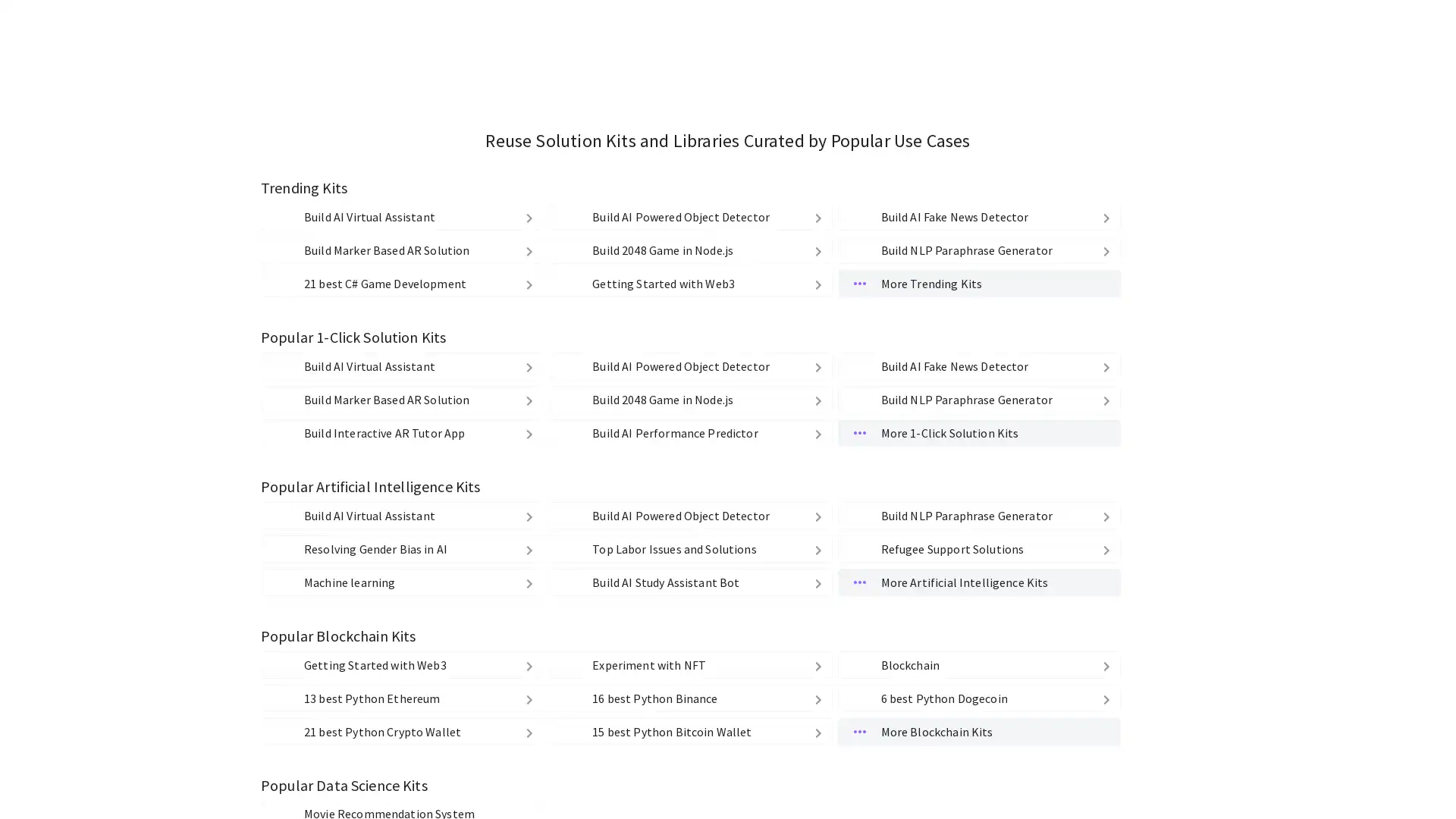 The width and height of the screenshot is (1456, 819). Describe the element at coordinates (978, 745) in the screenshot. I see `spotting-fake-news Build AI Fake News Detector` at that location.